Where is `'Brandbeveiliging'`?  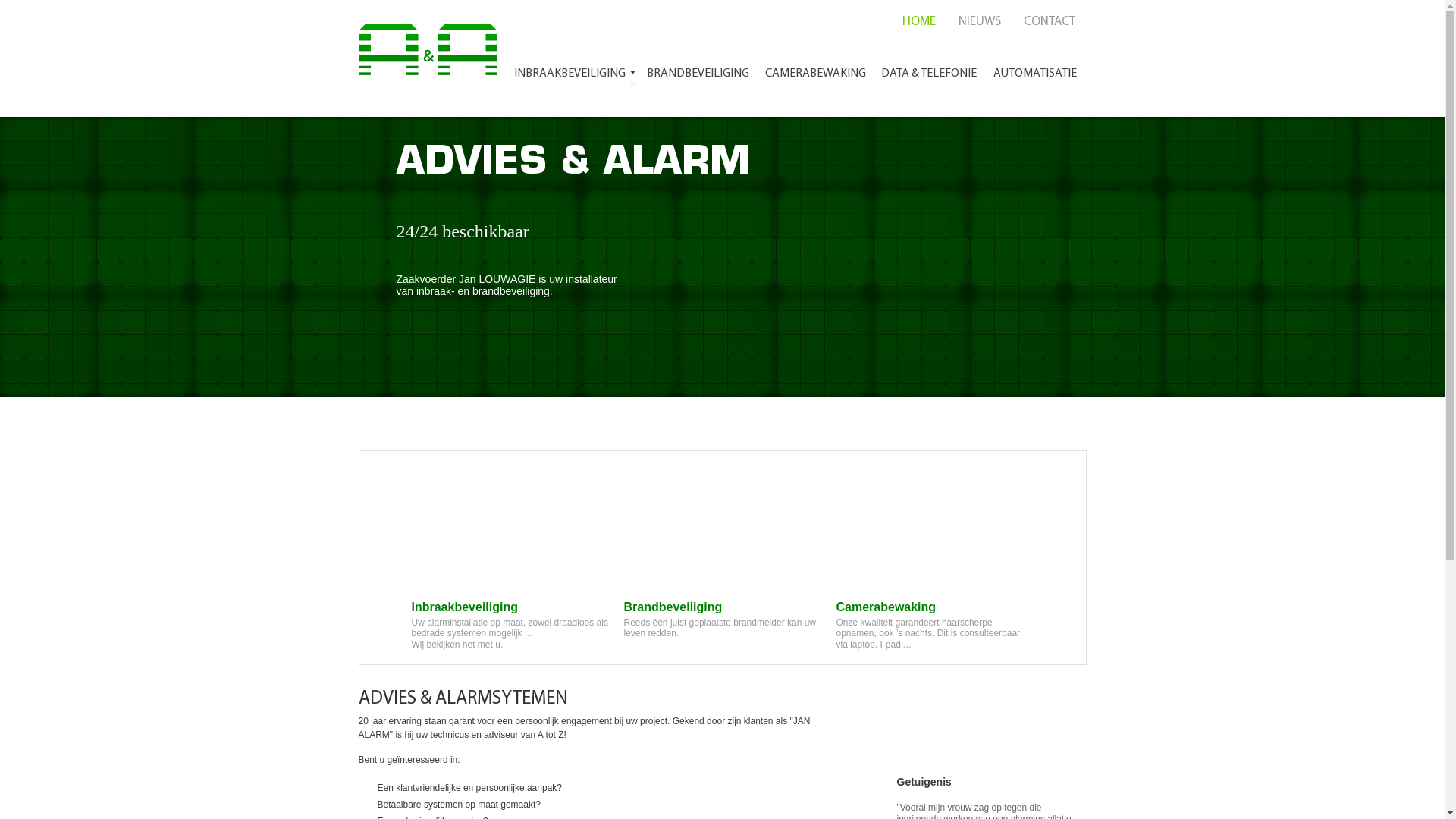
'Brandbeveiliging' is located at coordinates (720, 563).